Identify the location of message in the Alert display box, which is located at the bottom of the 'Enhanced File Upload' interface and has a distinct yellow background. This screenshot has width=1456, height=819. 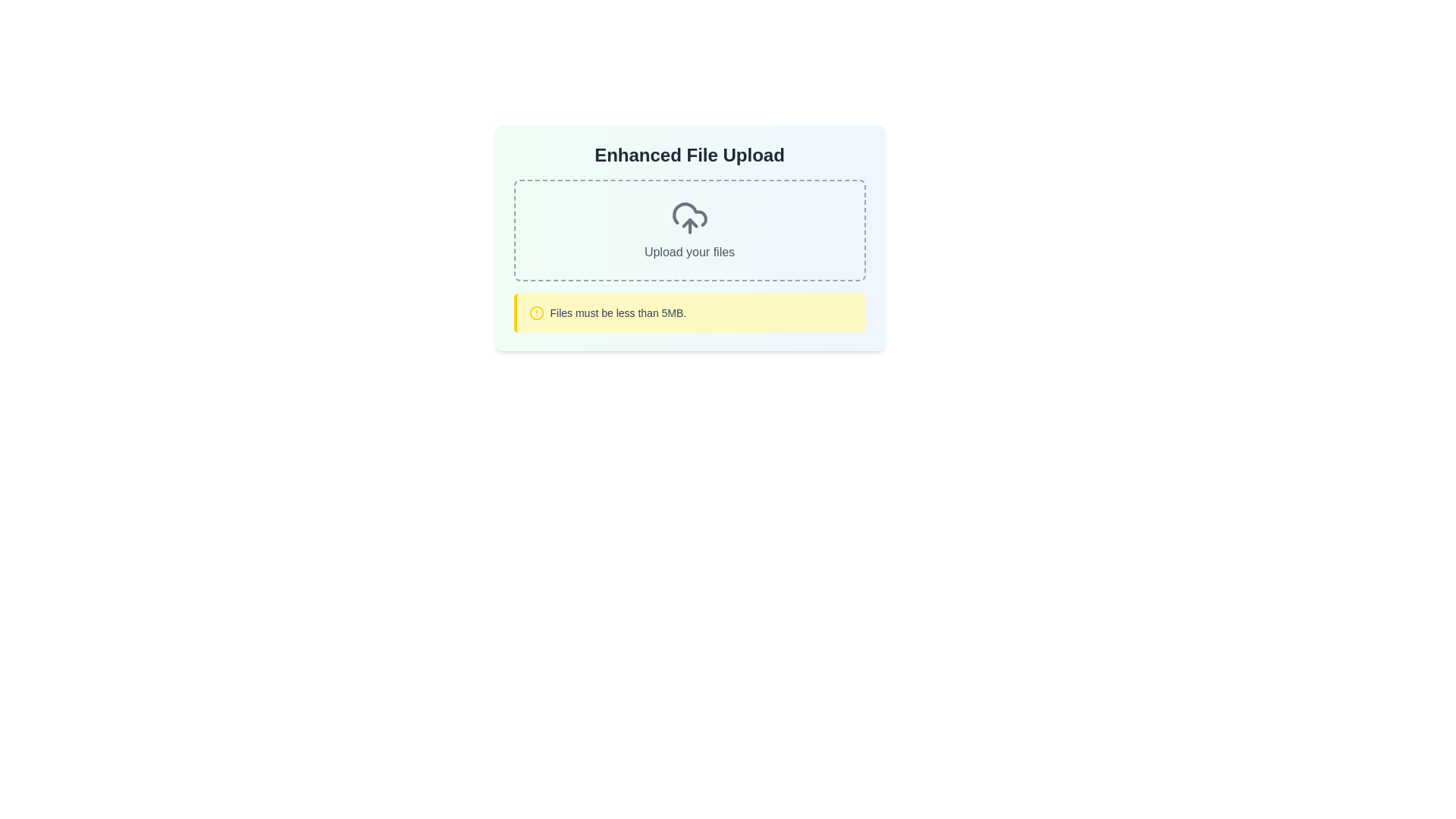
(689, 312).